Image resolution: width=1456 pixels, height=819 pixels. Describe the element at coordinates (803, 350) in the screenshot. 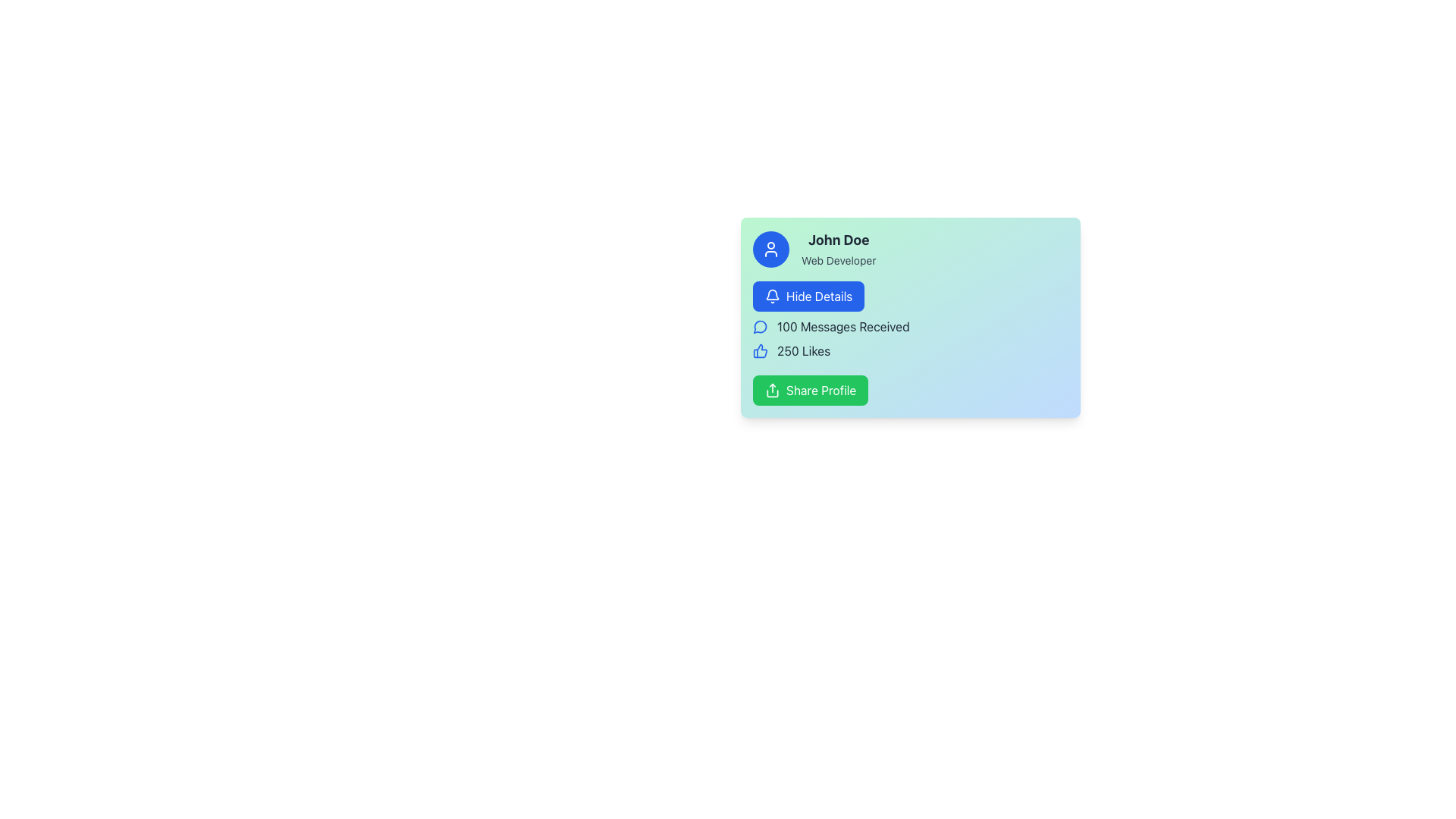

I see `the text display showing '250 Likes' in a bold font within the user information panel, located next to a thumbs-up icon` at that location.